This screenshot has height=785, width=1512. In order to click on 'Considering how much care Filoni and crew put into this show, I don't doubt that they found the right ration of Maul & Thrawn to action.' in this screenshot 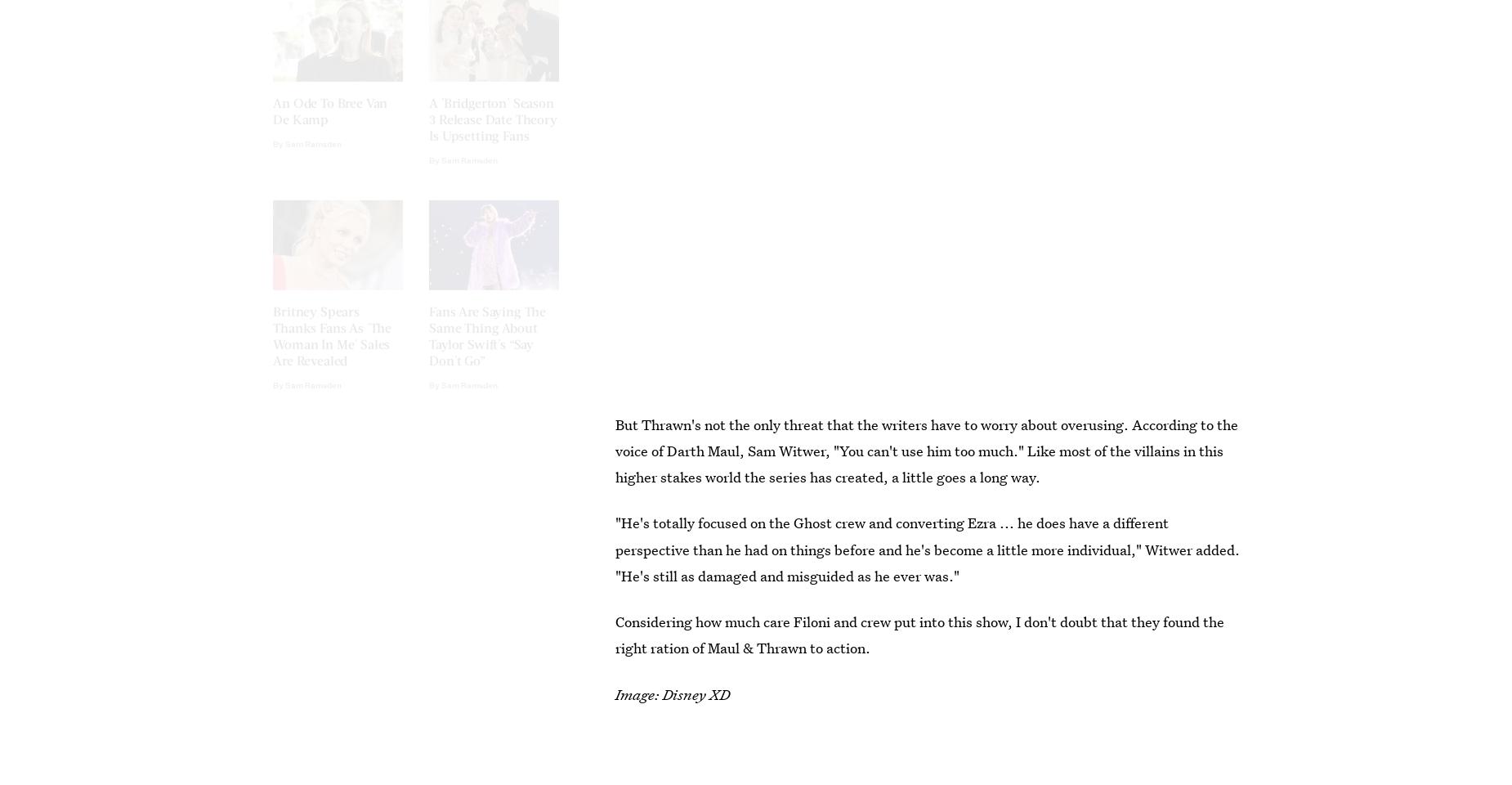, I will do `click(919, 634)`.